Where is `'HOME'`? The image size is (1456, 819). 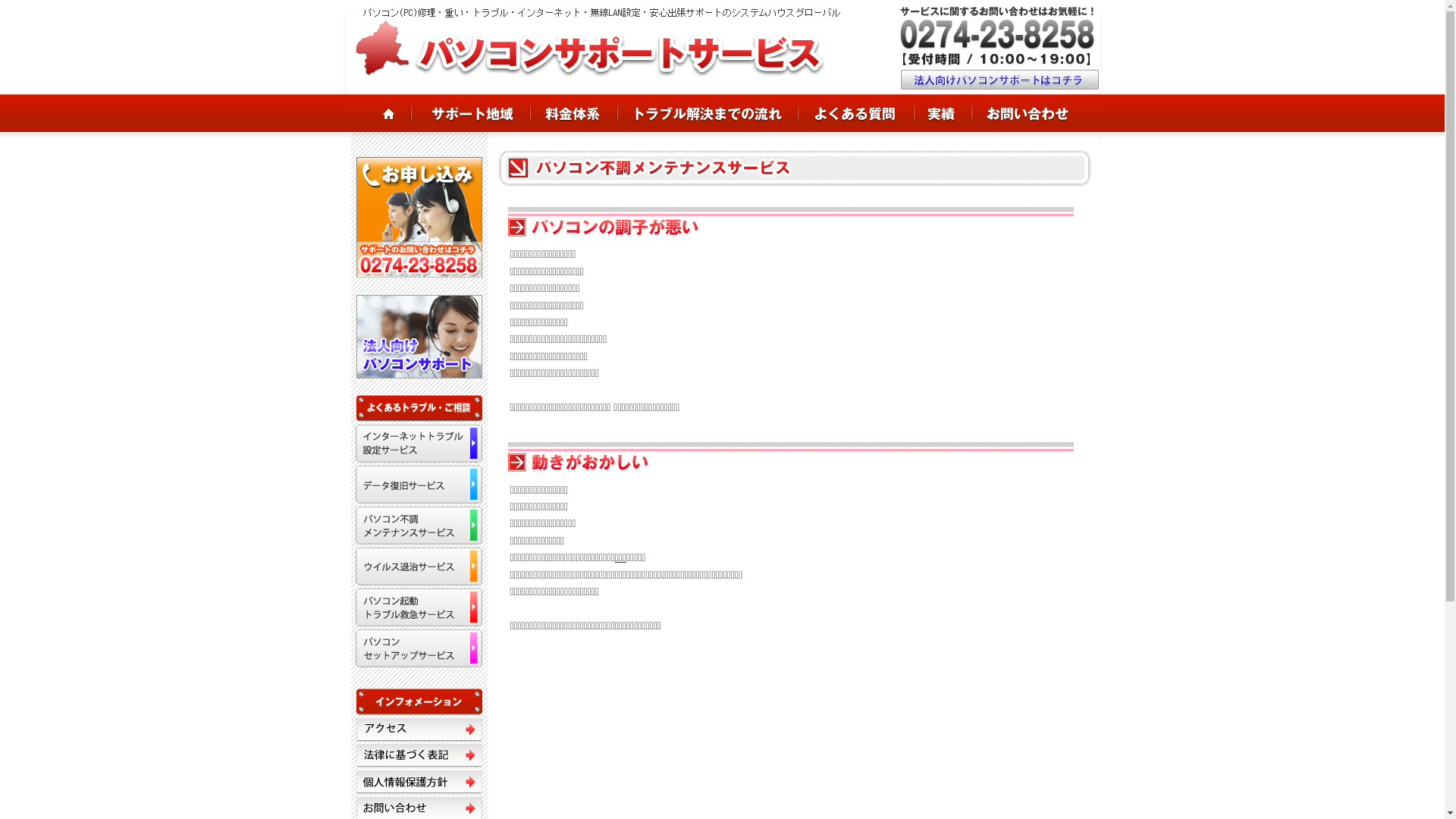
'HOME' is located at coordinates (376, 112).